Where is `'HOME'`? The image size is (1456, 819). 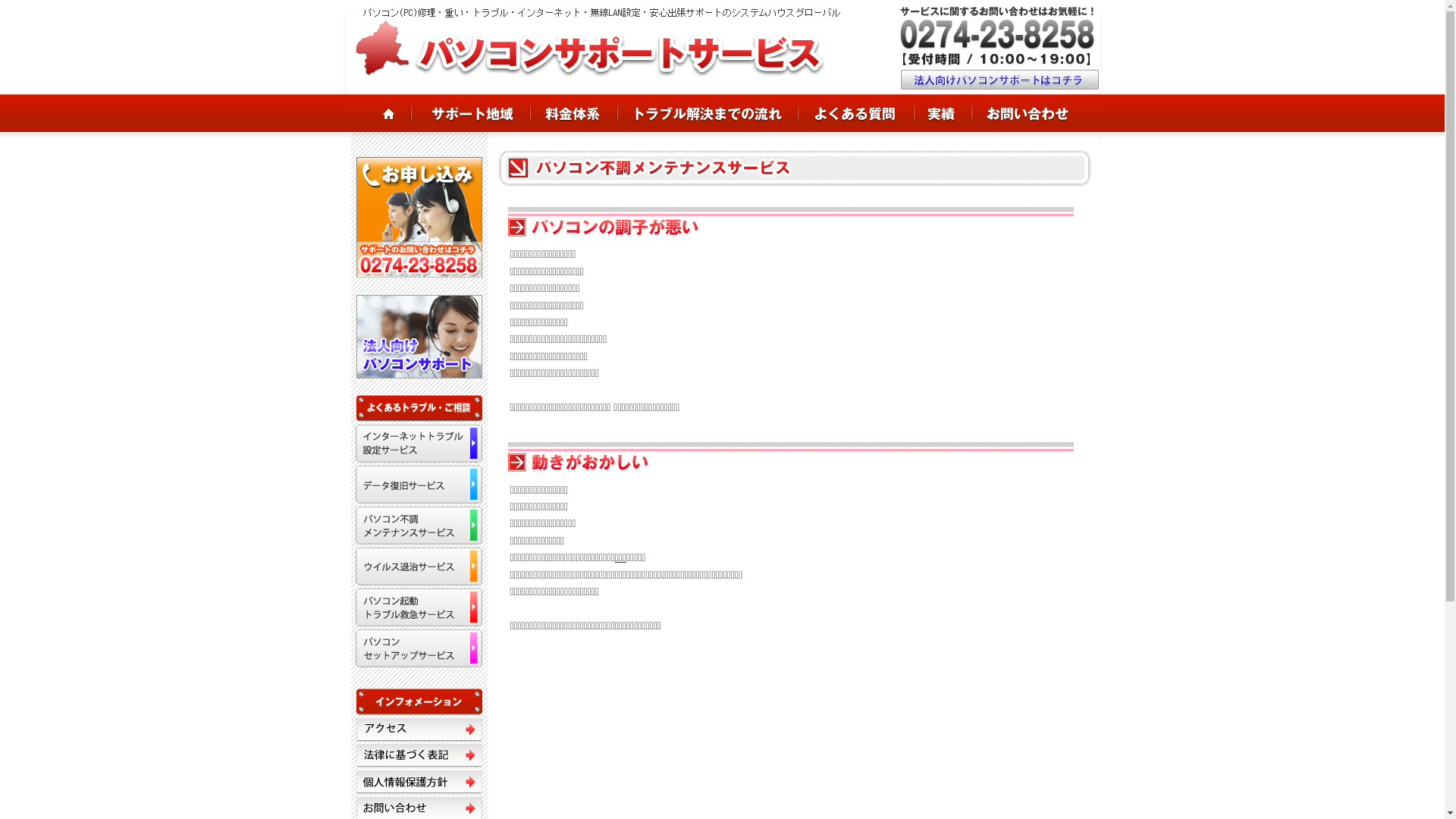
'HOME' is located at coordinates (376, 112).